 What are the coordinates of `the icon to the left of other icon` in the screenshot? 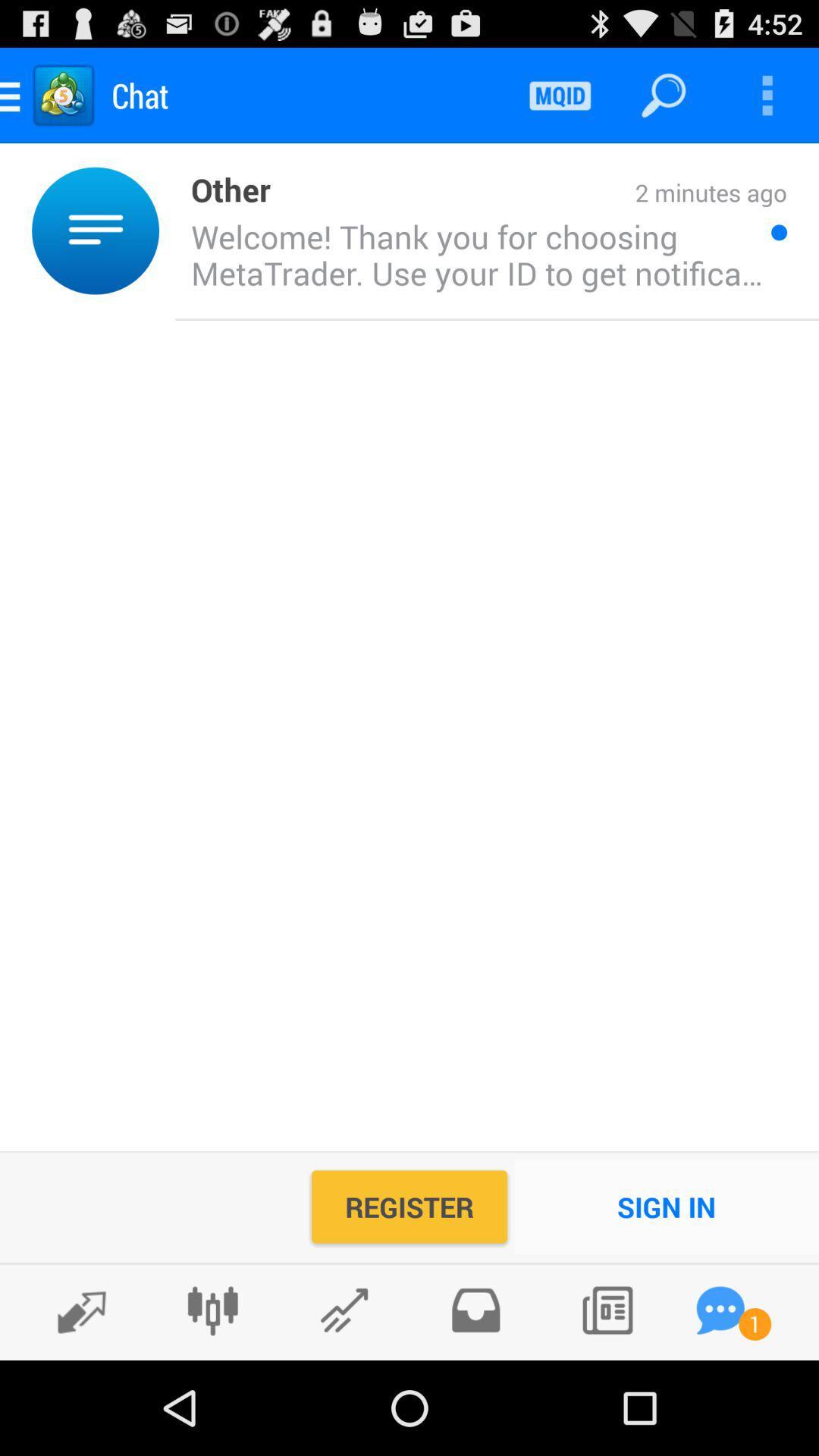 It's located at (167, 230).